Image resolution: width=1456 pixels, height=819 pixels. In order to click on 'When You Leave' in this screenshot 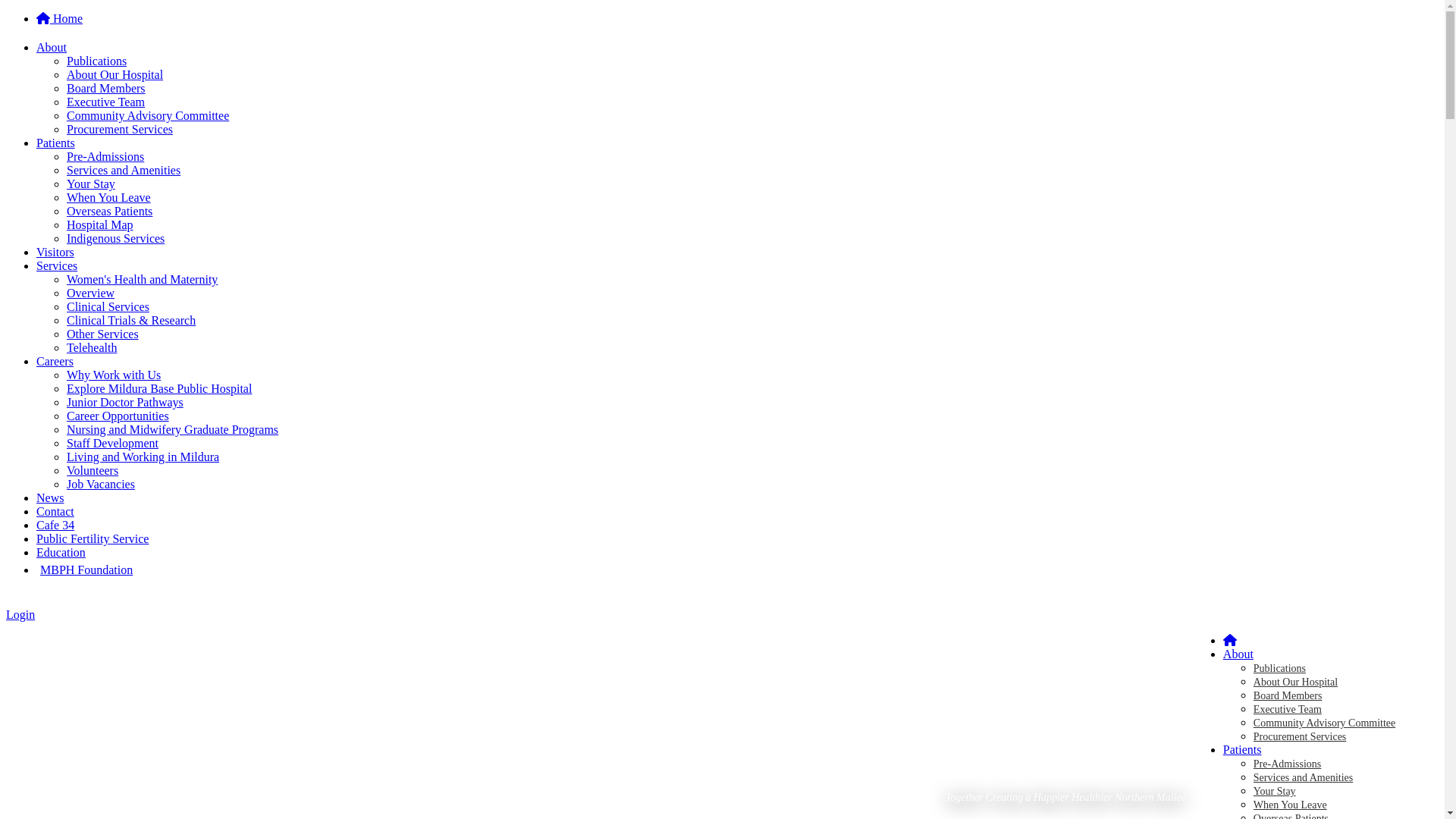, I will do `click(108, 196)`.